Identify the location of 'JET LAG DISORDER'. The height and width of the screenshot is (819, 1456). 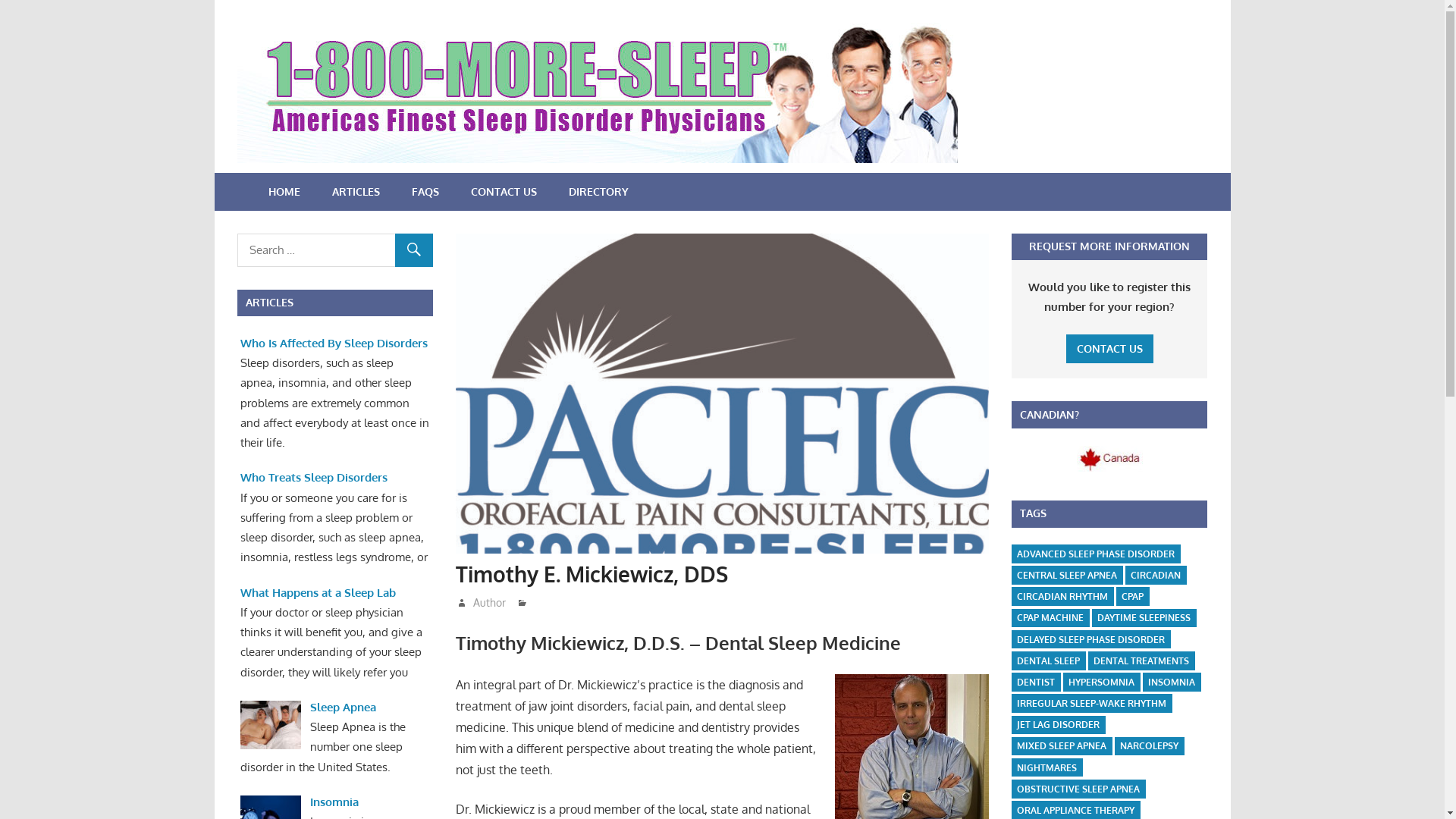
(1012, 724).